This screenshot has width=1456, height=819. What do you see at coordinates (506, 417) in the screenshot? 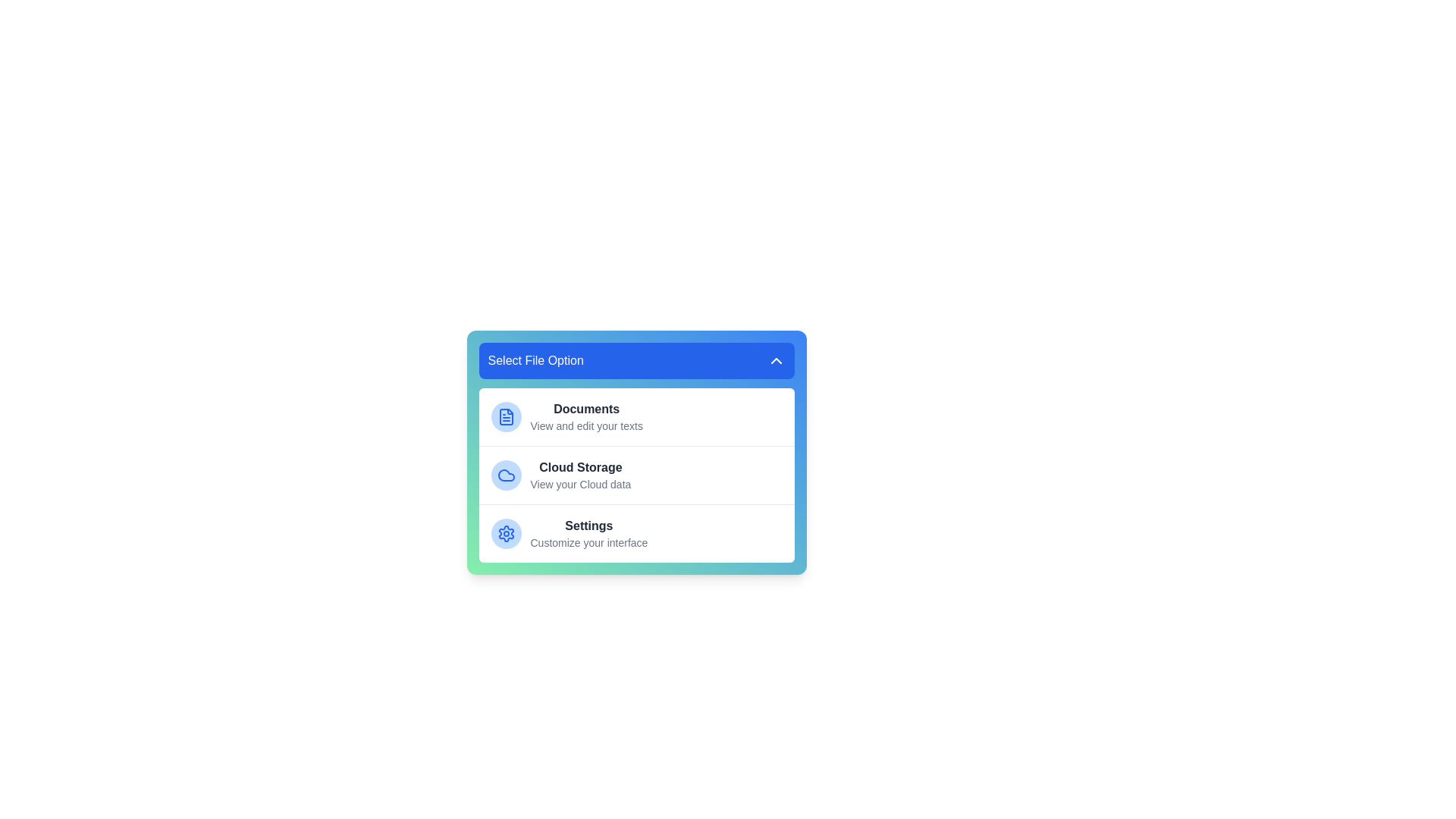
I see `the 'Documents' icon button located in the 'Select File Option' module` at bounding box center [506, 417].